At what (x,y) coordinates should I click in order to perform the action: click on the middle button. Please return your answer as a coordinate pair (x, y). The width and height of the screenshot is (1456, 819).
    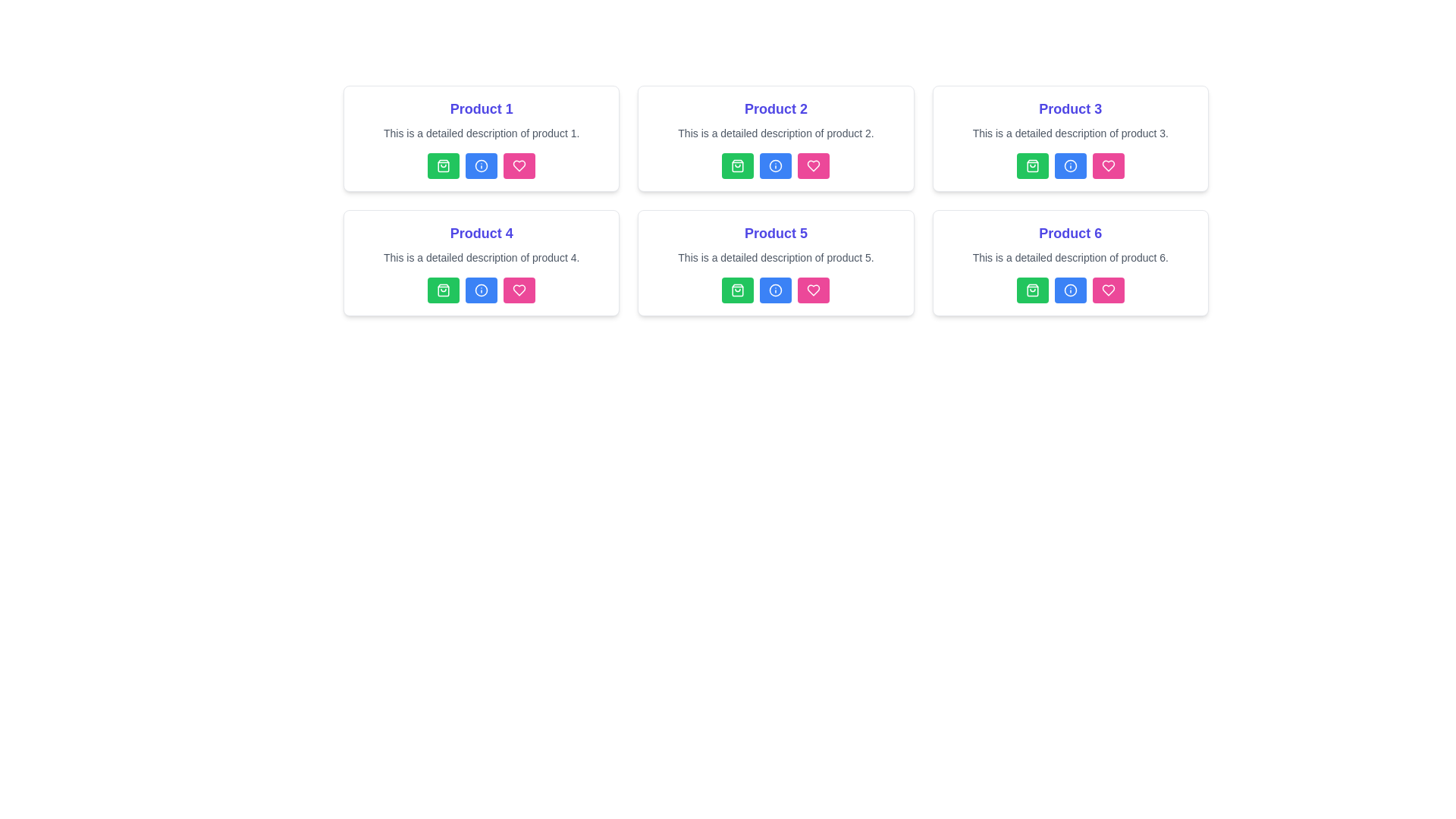
    Looking at the image, I should click on (1069, 166).